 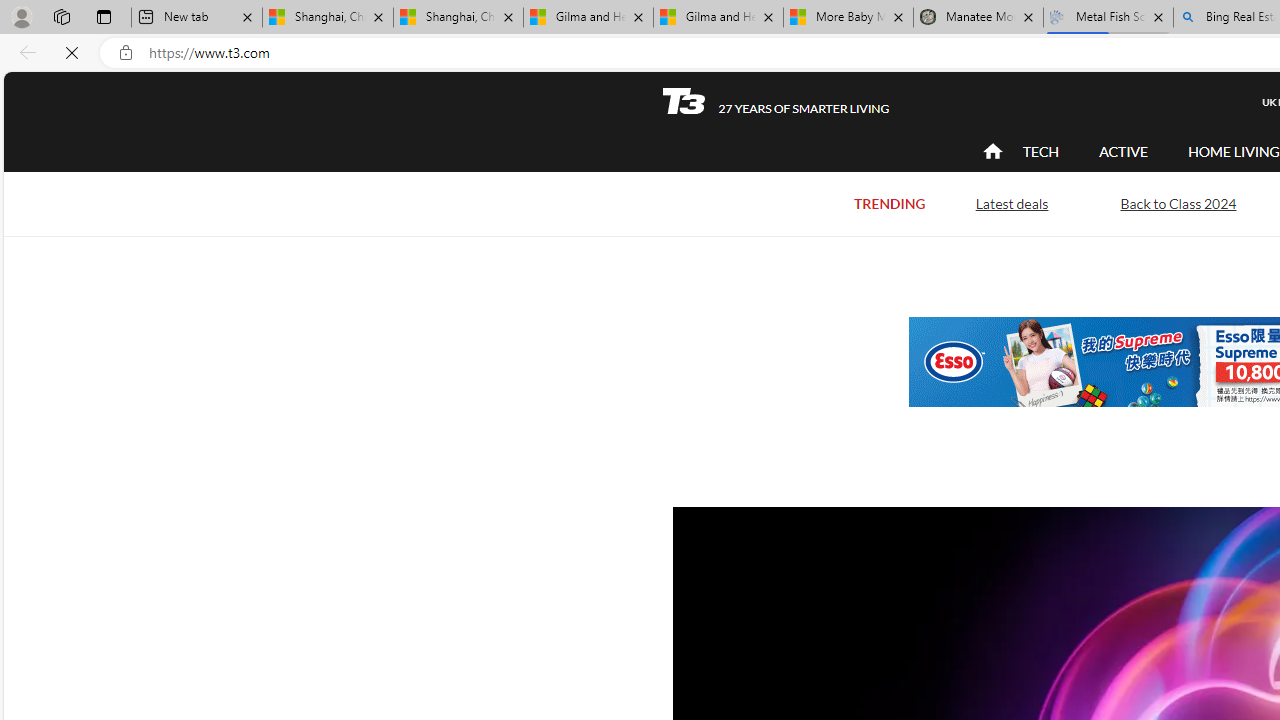 I want to click on 'Class: navigation__item', so click(x=990, y=150).